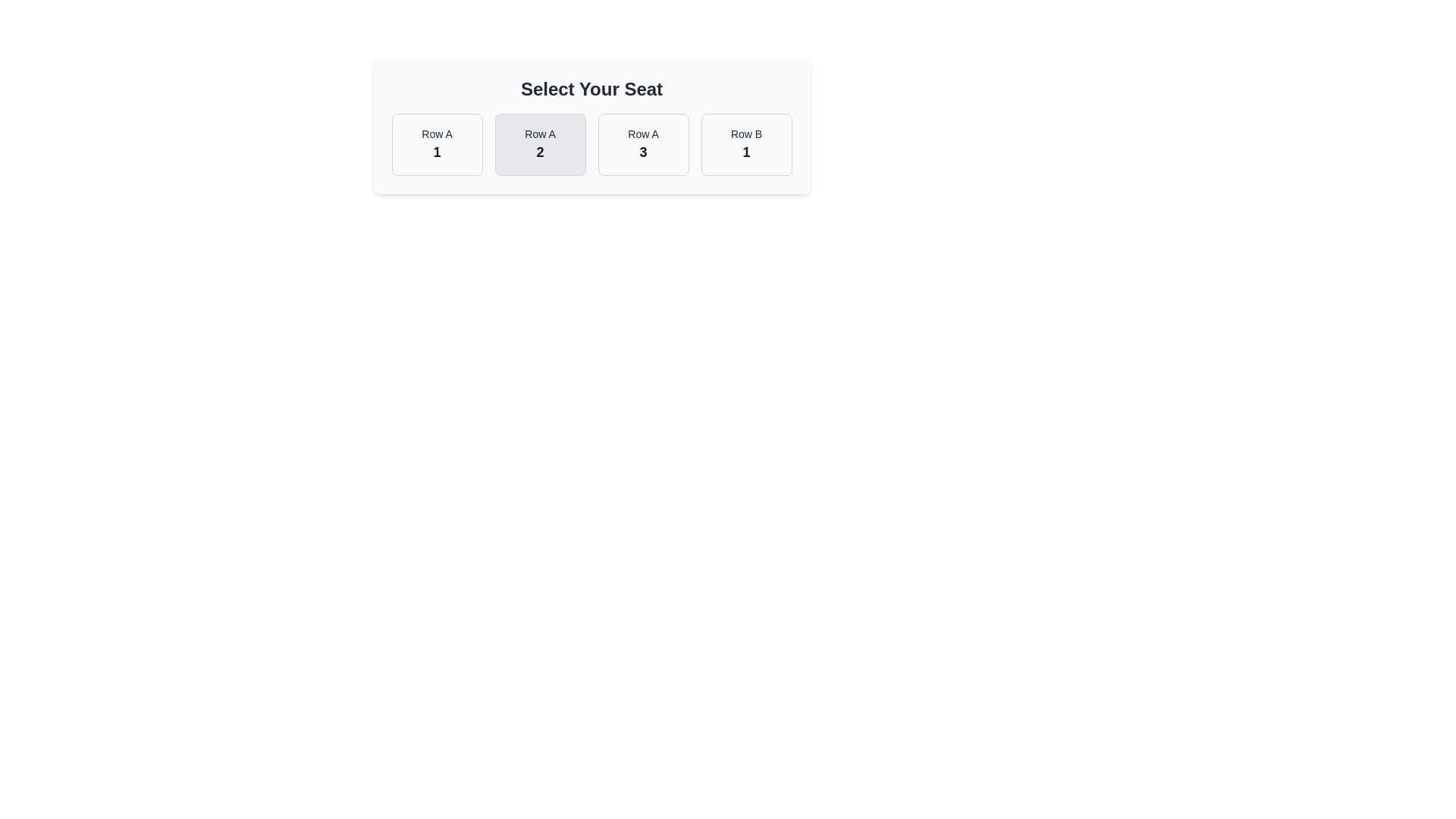 This screenshot has height=819, width=1456. What do you see at coordinates (643, 133) in the screenshot?
I see `the 'Row A' text label, which is displayed in a small, medium-weight dark gray font, located in the third column of the grid under the header 'Select Your Seat'` at bounding box center [643, 133].